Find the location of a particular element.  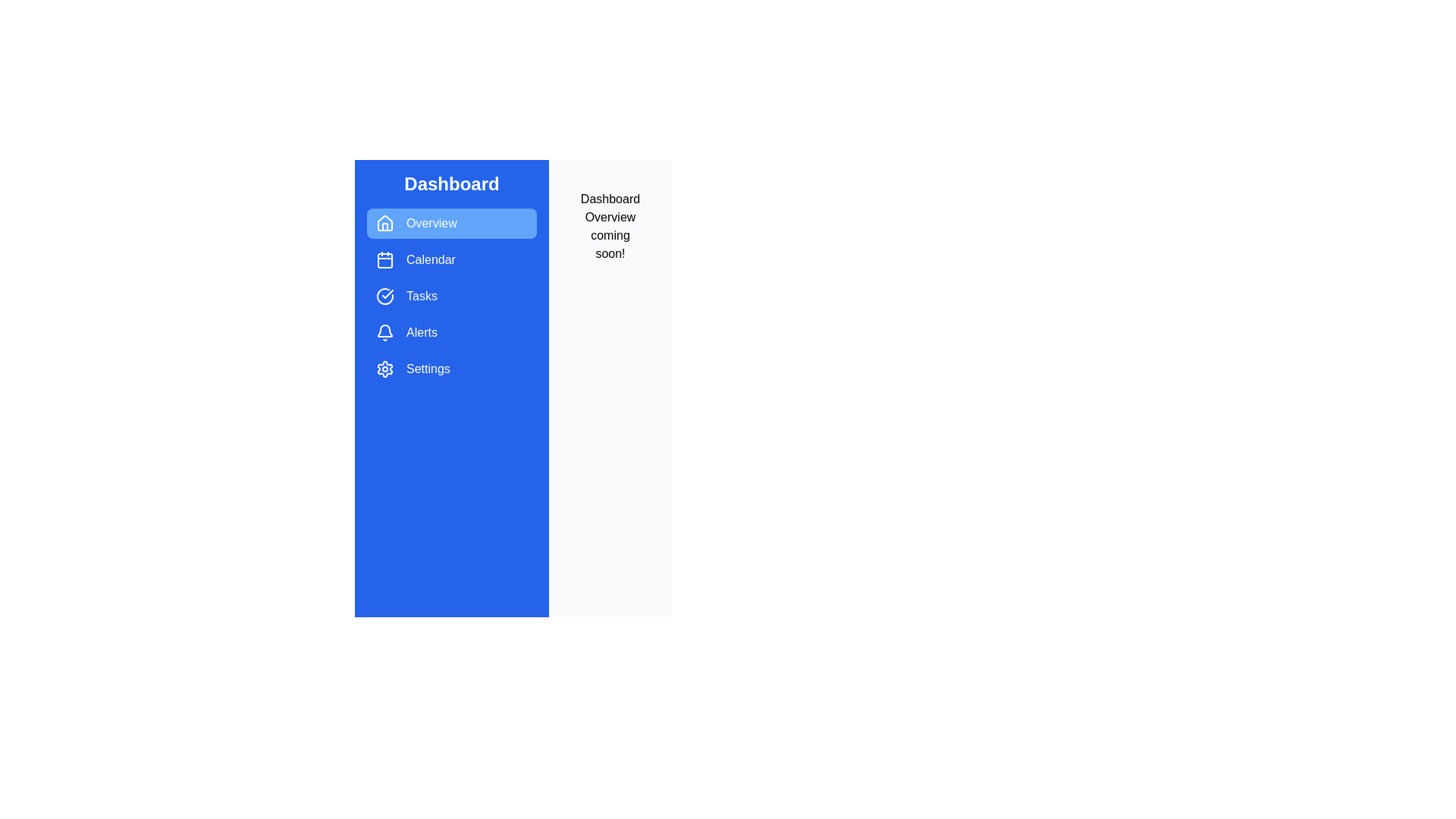

the 'Tasks' navigation button located in the sidebar section titled 'Dashboard' is located at coordinates (450, 296).